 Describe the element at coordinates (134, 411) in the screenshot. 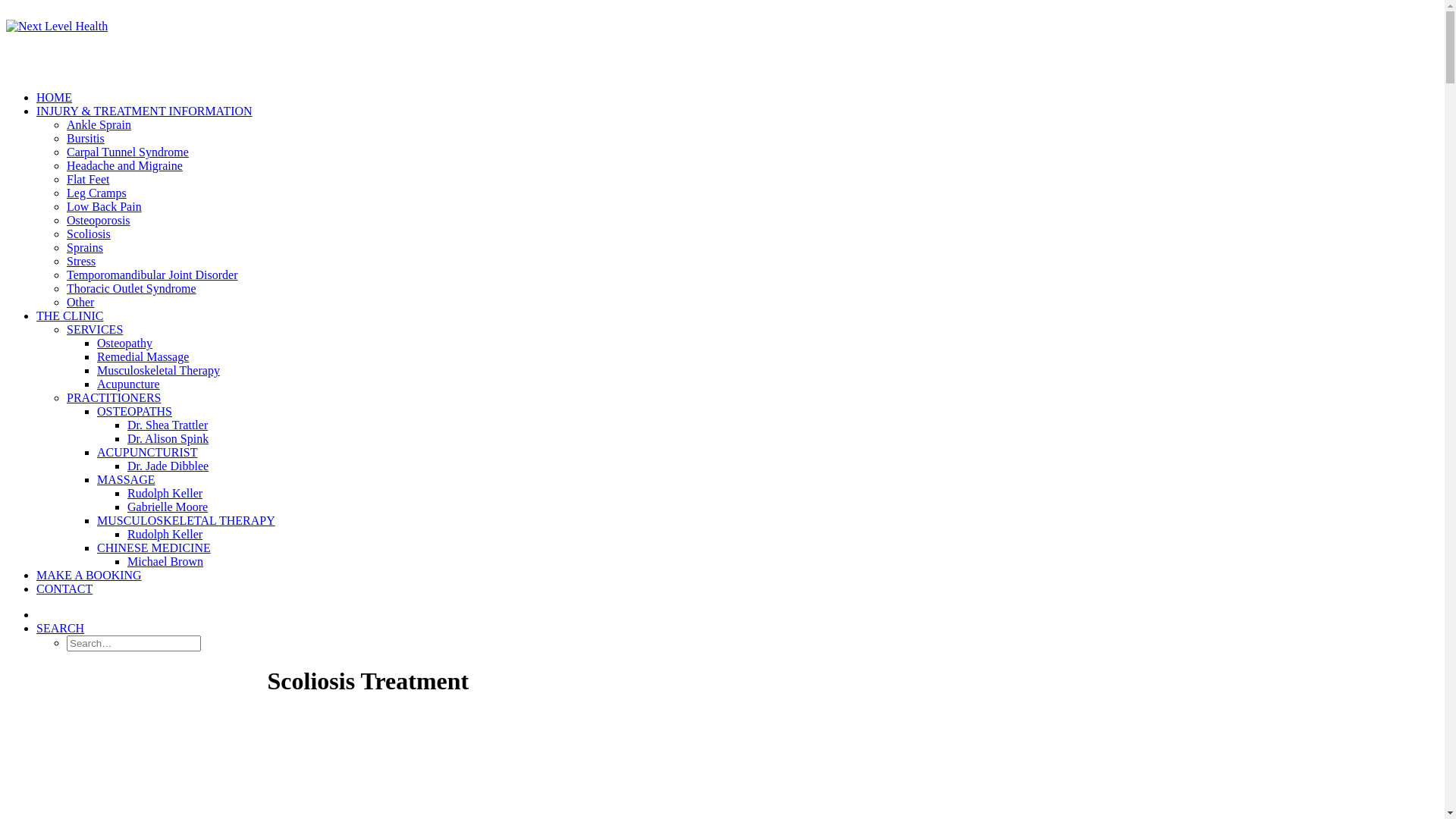

I see `'OSTEOPATHS'` at that location.